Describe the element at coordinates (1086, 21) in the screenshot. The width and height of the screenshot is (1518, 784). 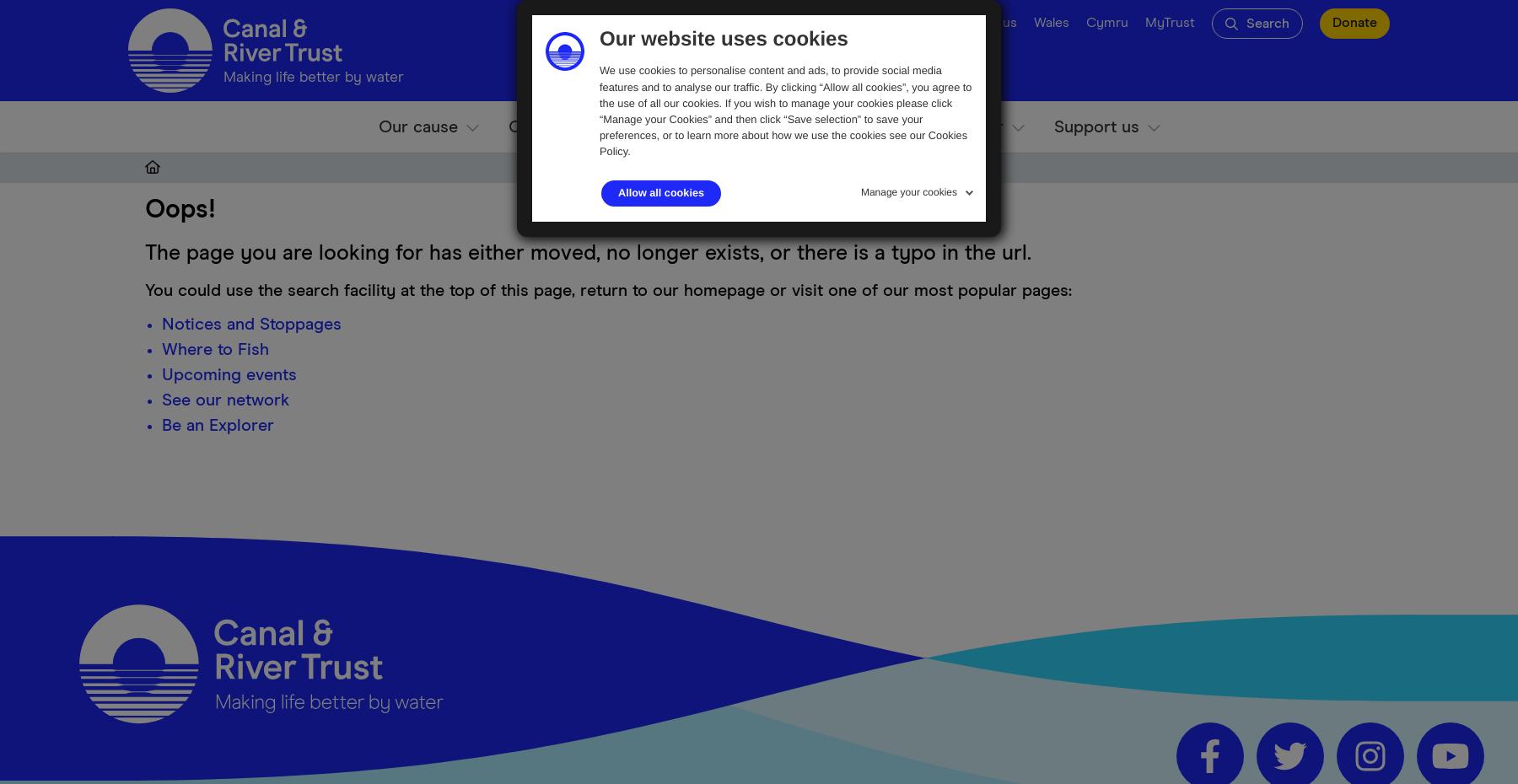
I see `'Cymru'` at that location.